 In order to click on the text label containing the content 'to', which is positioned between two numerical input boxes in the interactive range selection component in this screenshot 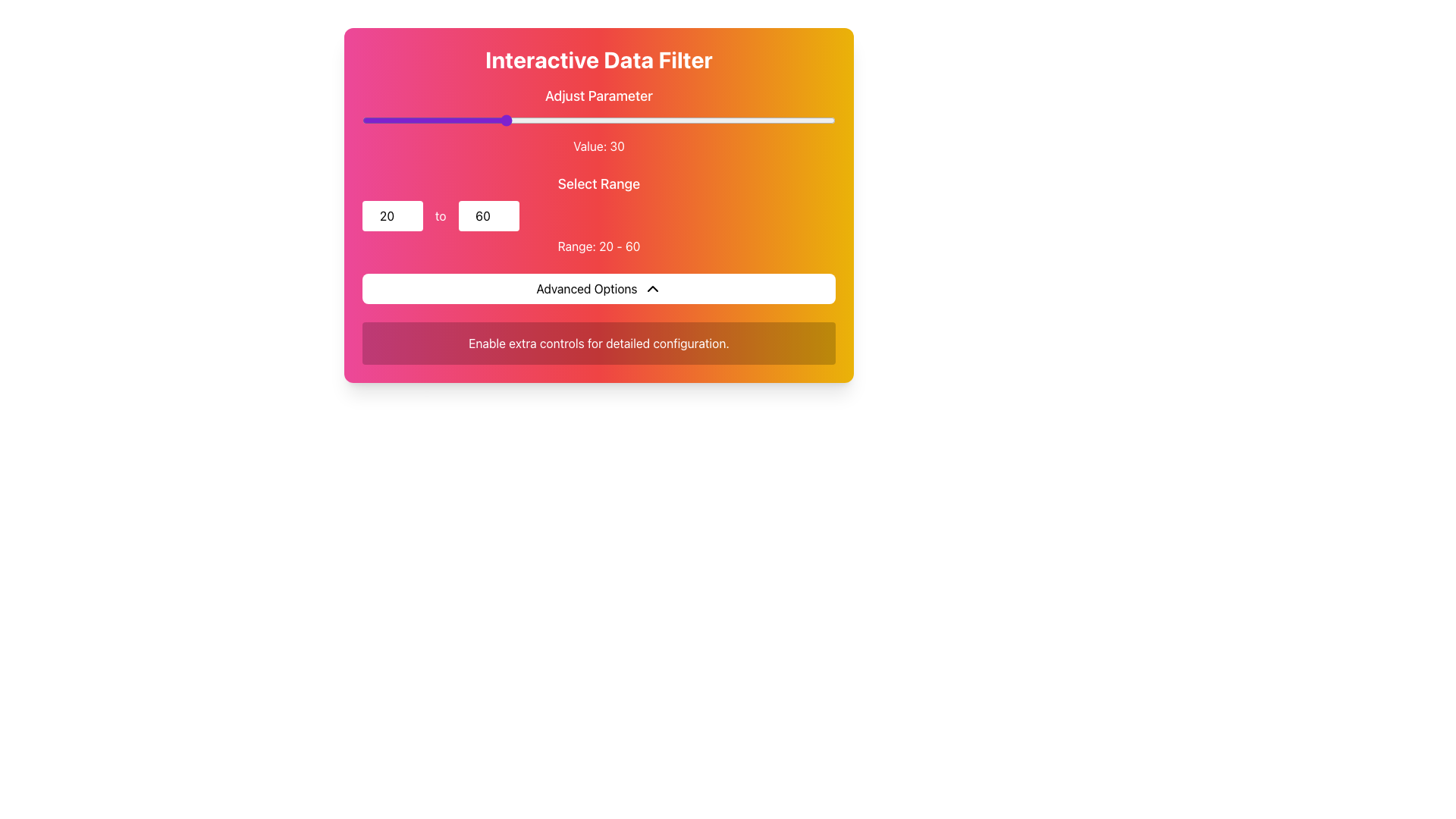, I will do `click(440, 216)`.